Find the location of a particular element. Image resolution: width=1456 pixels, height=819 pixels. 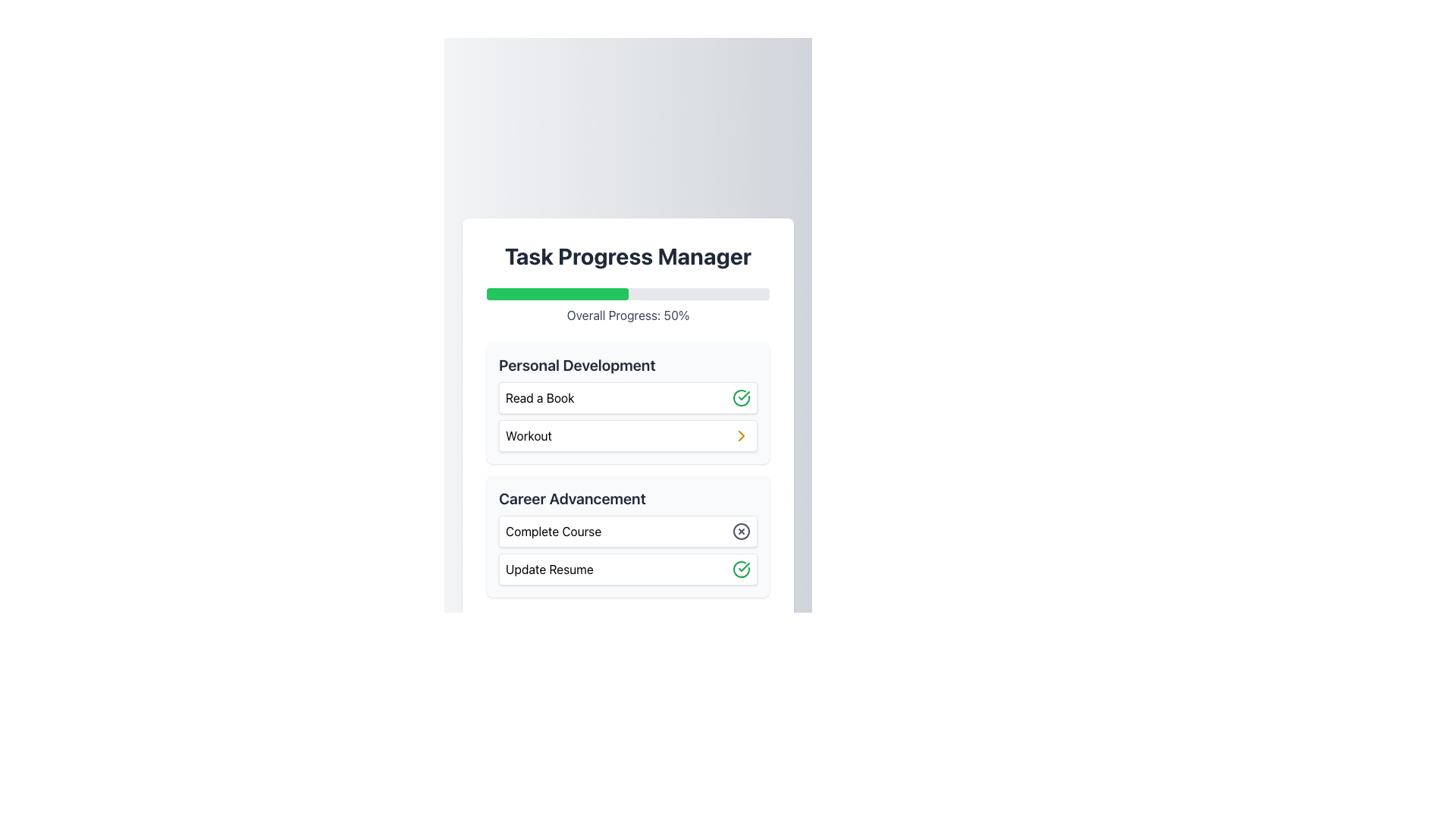

the green progress bar segment that represents the completed fraction of the progress, located beneath 'Task Progress Manager' is located at coordinates (557, 294).